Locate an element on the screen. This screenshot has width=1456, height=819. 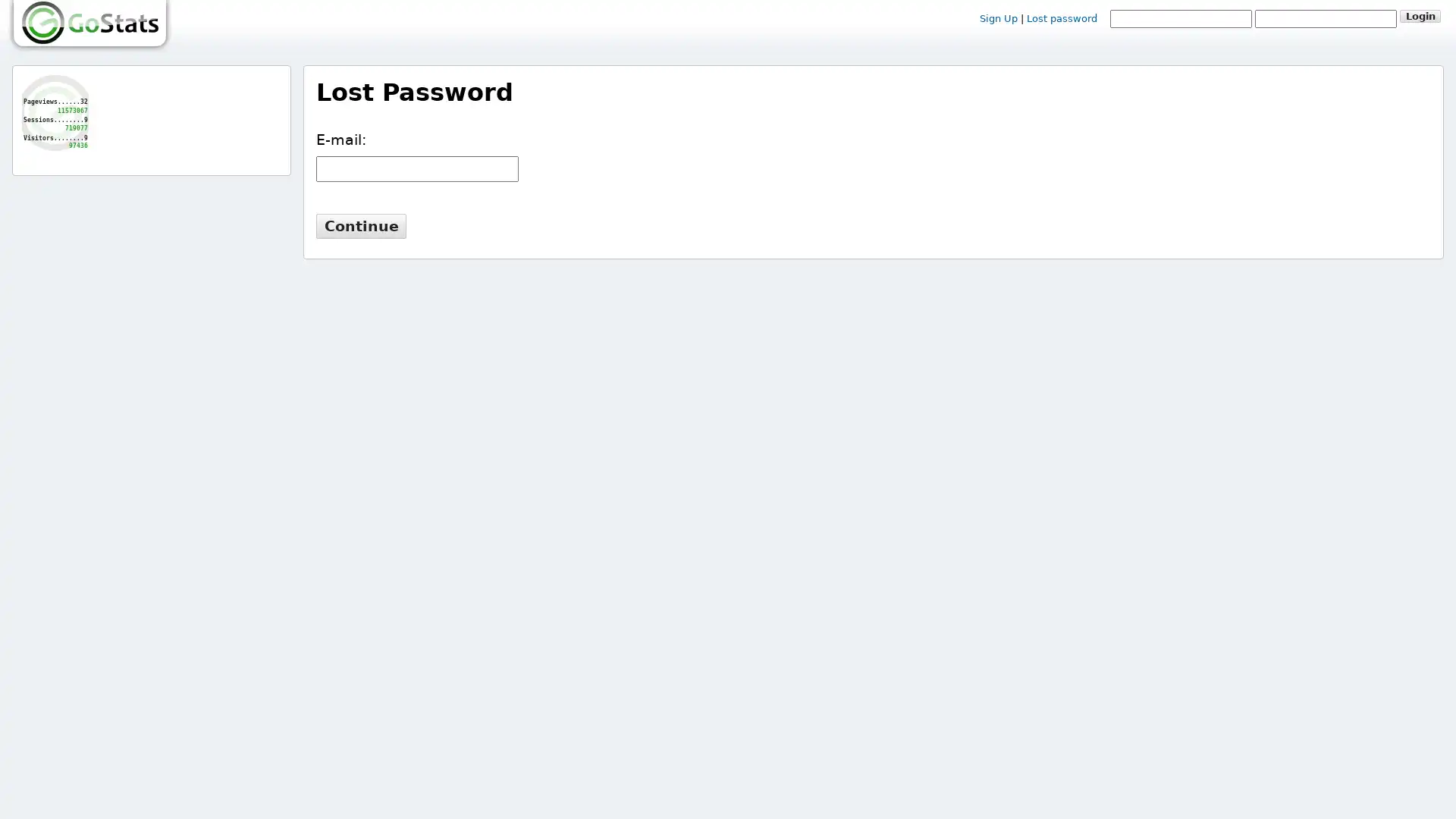
Let's talk! is located at coordinates (1395, 792).